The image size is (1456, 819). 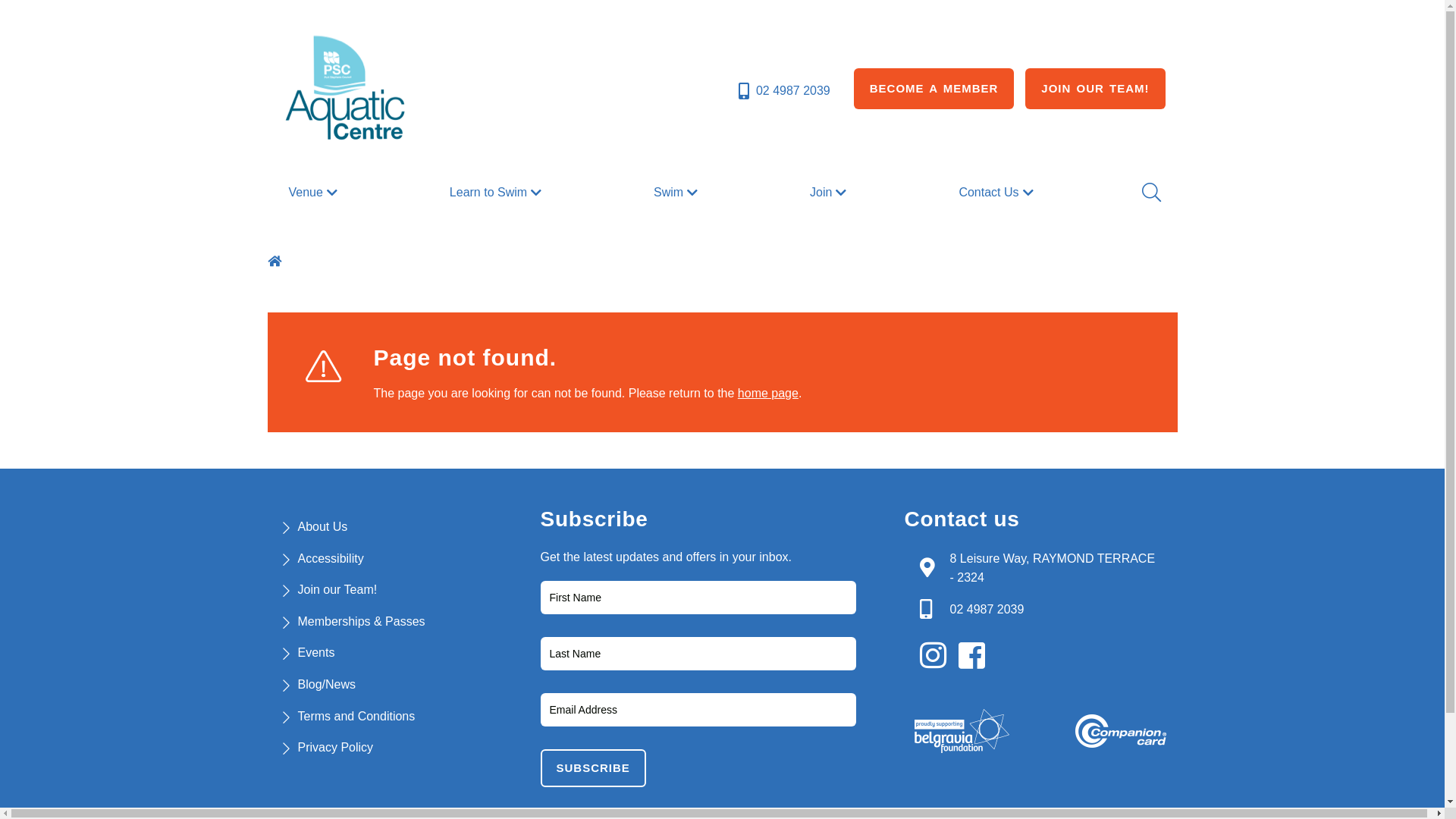 What do you see at coordinates (355, 716) in the screenshot?
I see `'Terms and Conditions'` at bounding box center [355, 716].